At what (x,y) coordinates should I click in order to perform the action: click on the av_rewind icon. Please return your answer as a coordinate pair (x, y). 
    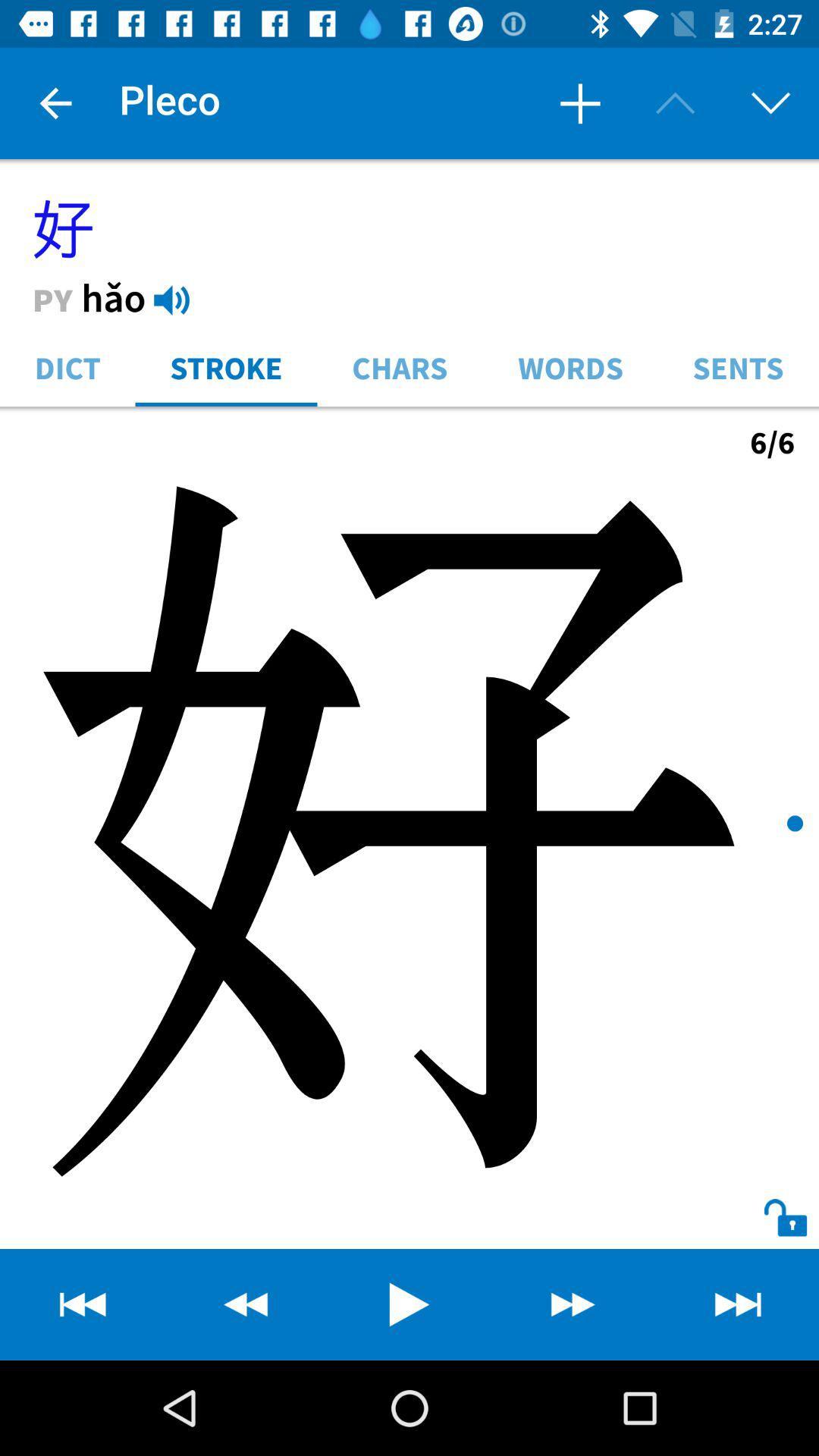
    Looking at the image, I should click on (245, 1304).